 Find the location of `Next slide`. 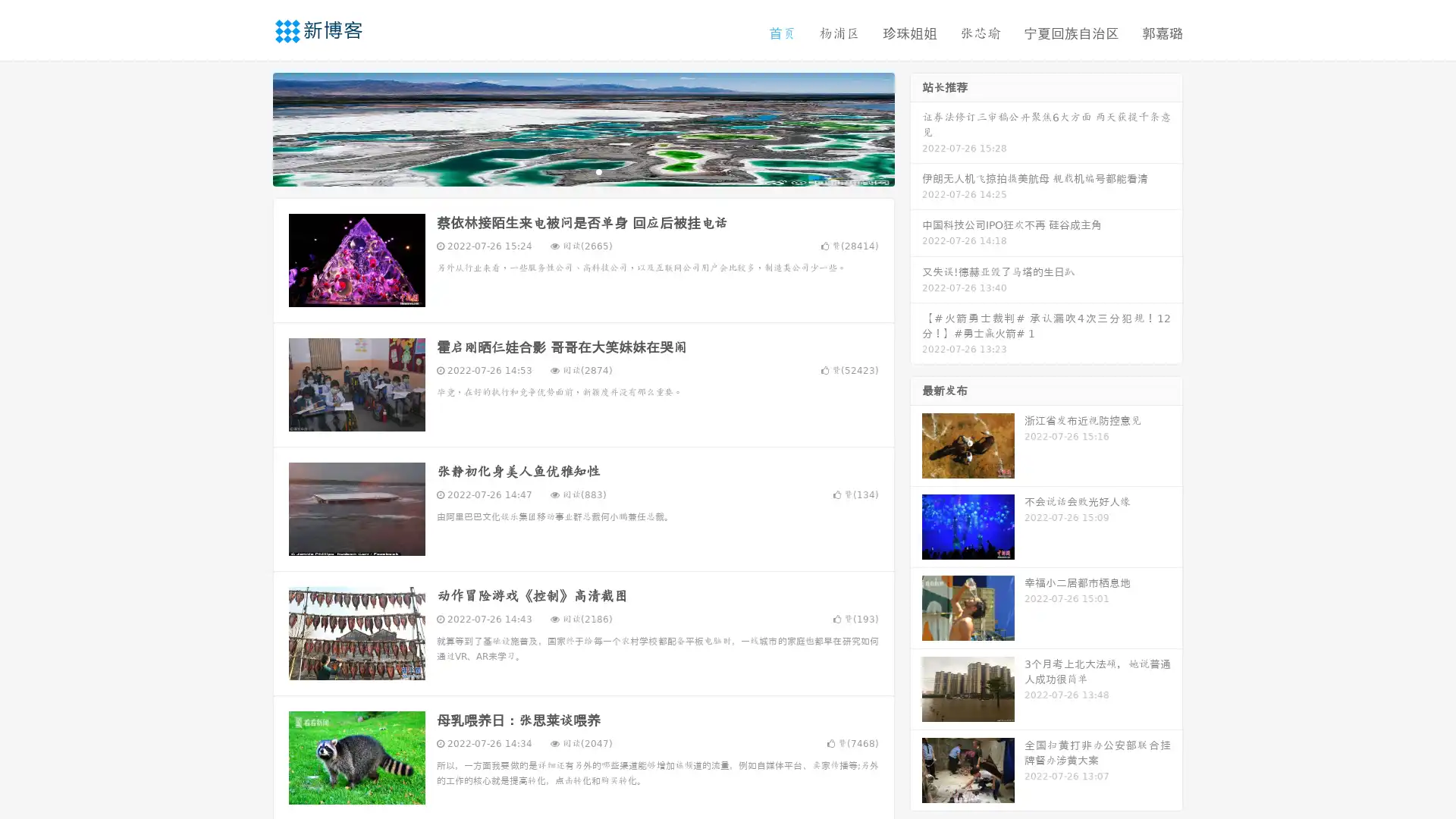

Next slide is located at coordinates (916, 127).